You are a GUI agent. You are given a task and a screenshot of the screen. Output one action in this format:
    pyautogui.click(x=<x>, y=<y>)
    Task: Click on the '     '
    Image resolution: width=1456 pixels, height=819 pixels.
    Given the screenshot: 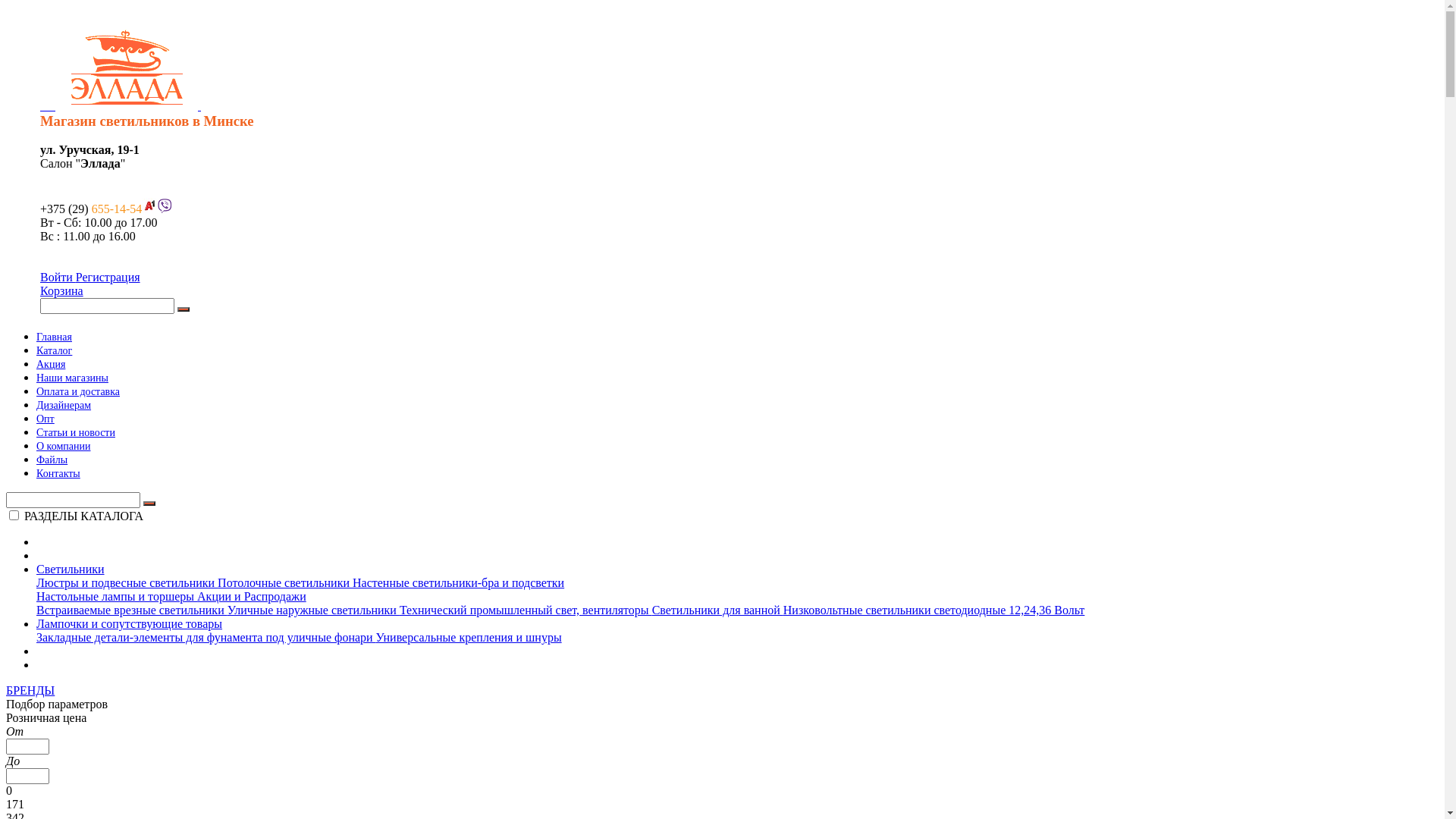 What is the action you would take?
    pyautogui.click(x=119, y=149)
    